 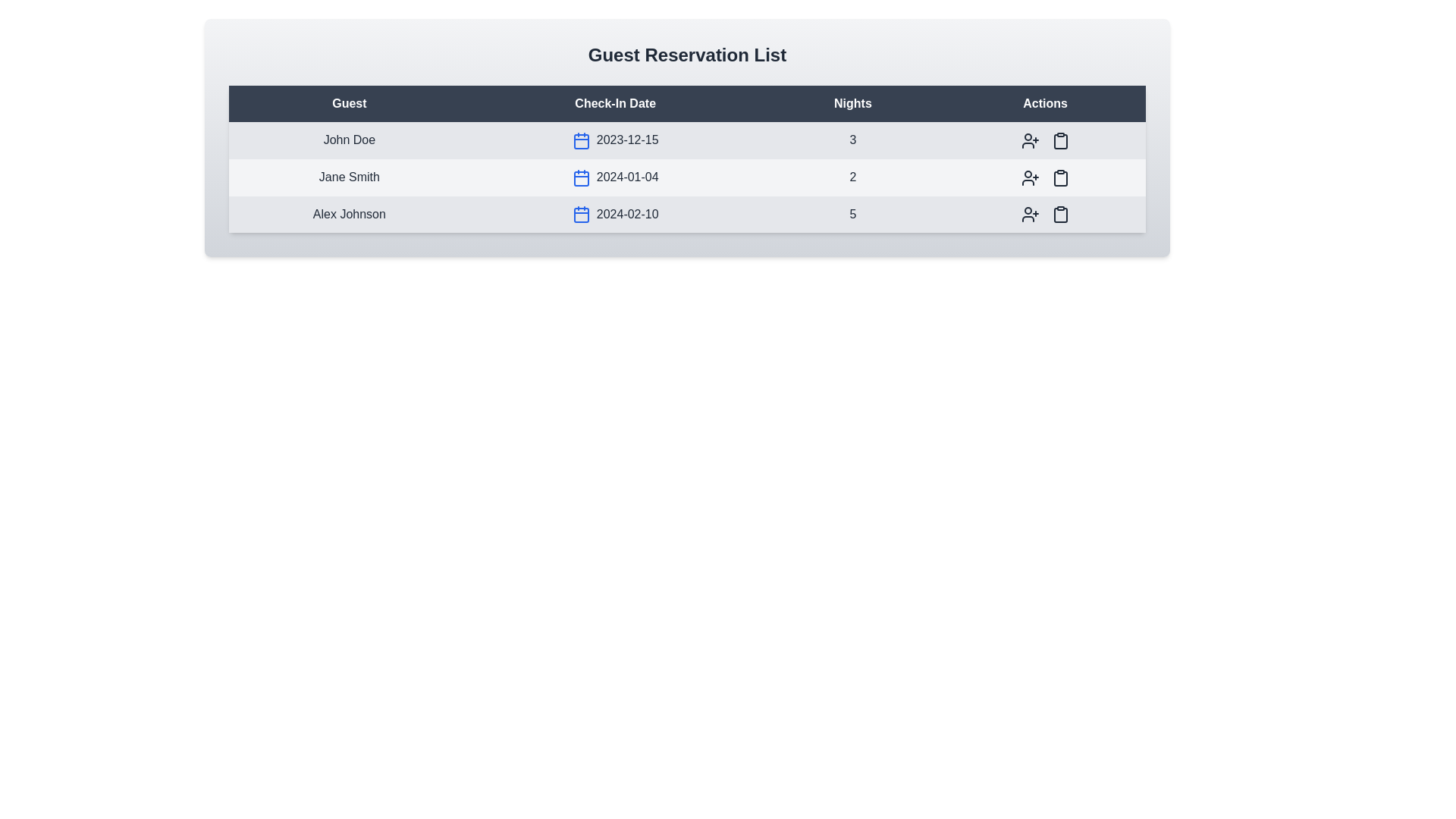 What do you see at coordinates (580, 215) in the screenshot?
I see `the calendar icon located in the 'Check-In Date' column of the table for the row labeled 'Alex Johnson', which is positioned left of the date text '2024-02-10'` at bounding box center [580, 215].